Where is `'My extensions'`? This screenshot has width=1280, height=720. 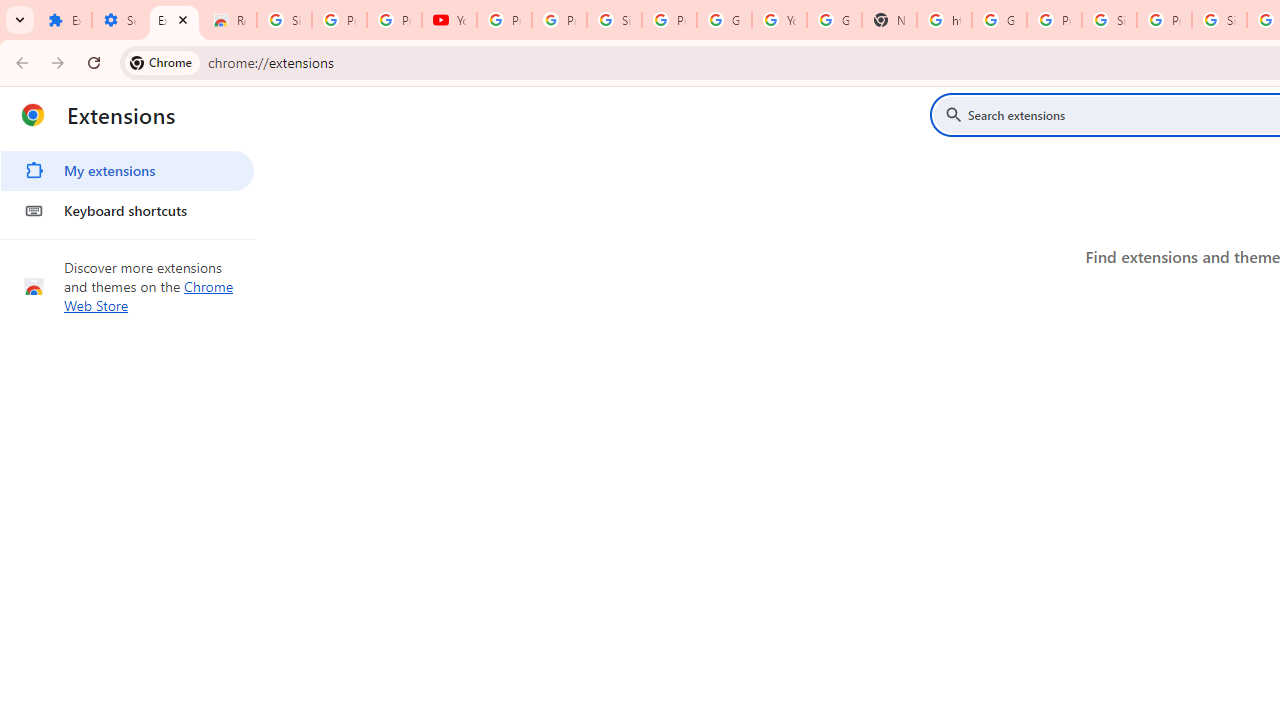
'My extensions' is located at coordinates (126, 170).